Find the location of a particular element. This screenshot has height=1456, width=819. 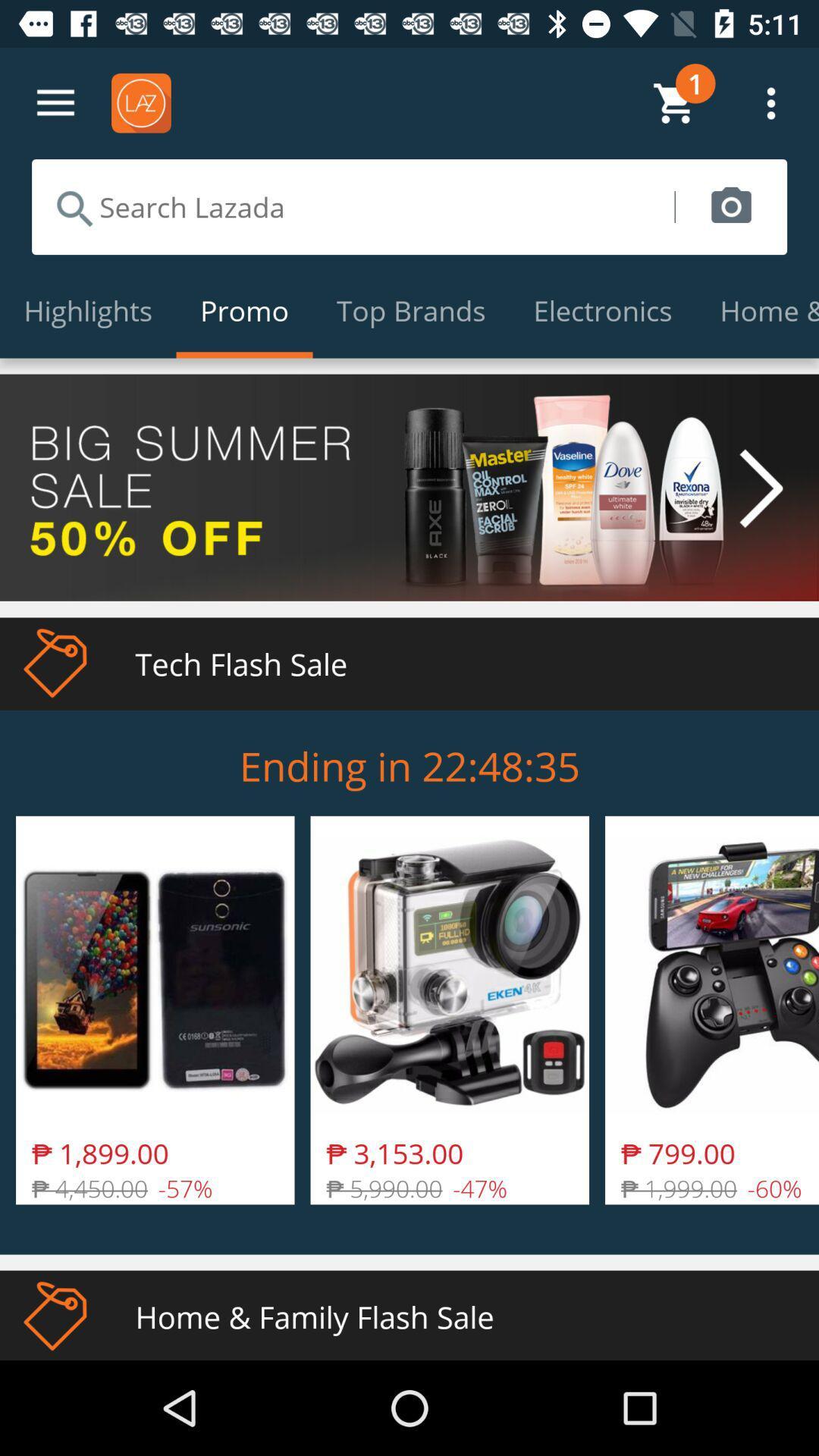

category is located at coordinates (55, 102).